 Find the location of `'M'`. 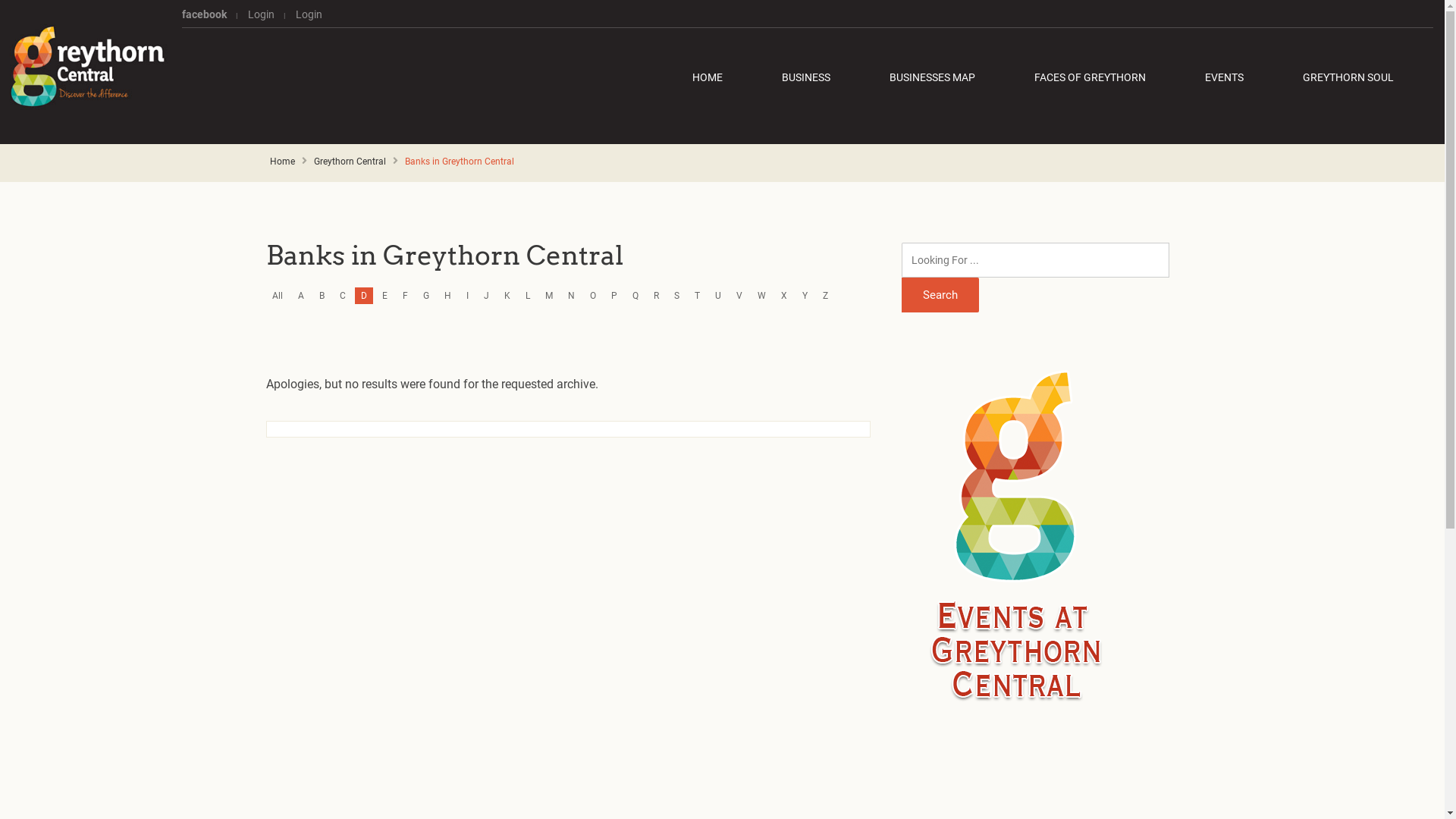

'M' is located at coordinates (538, 295).